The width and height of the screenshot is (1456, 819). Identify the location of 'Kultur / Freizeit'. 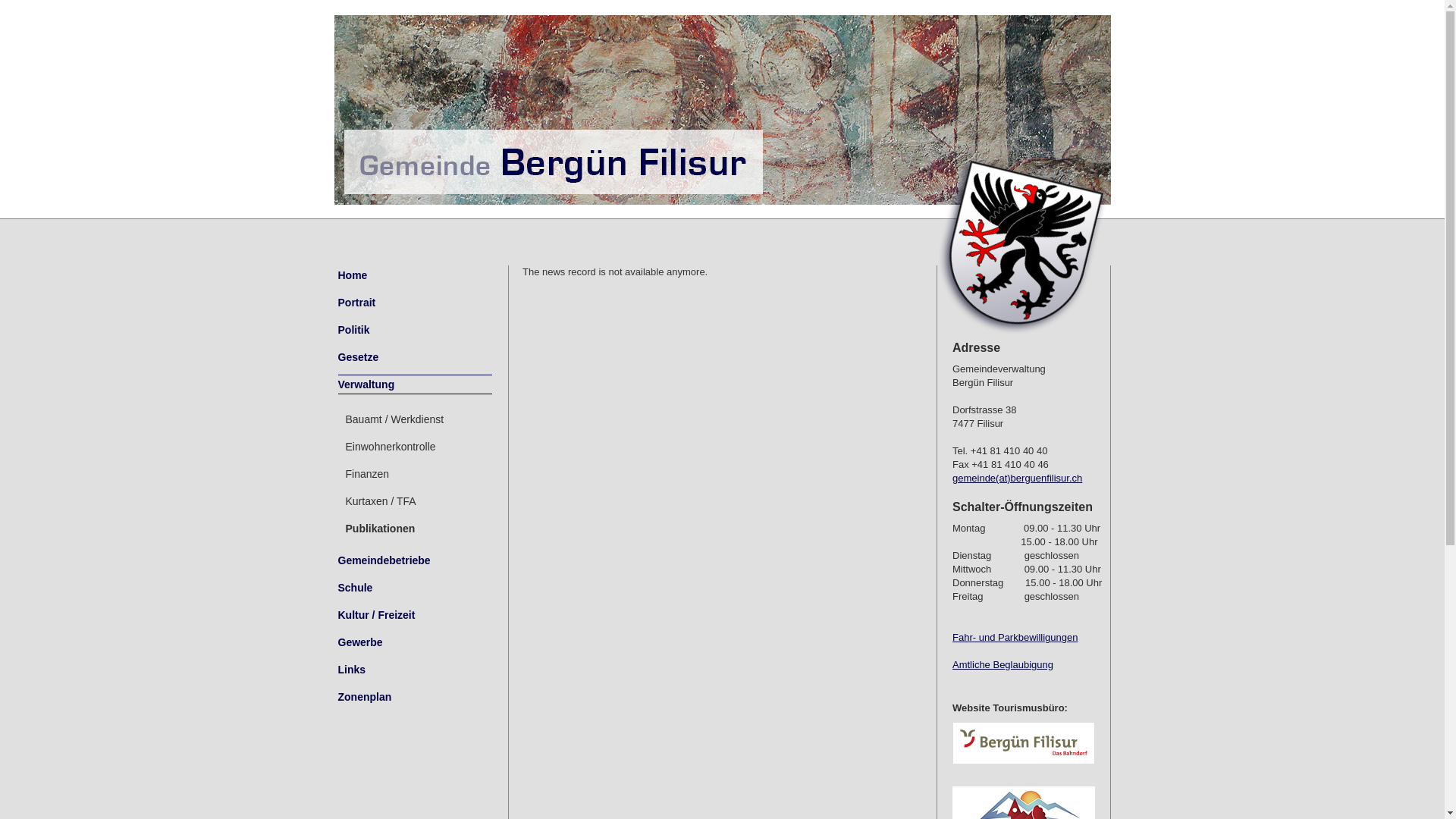
(415, 614).